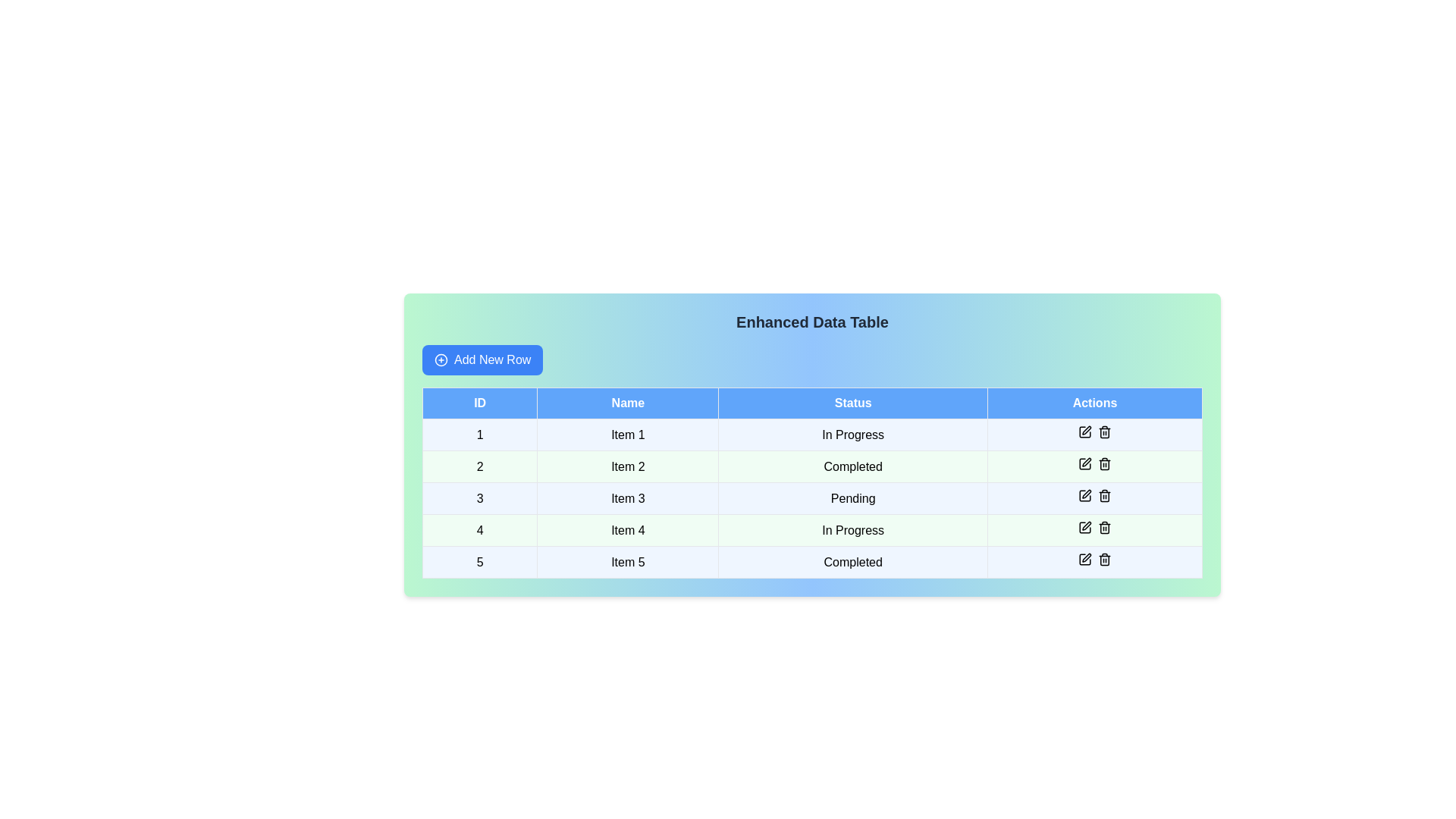  Describe the element at coordinates (1095, 466) in the screenshot. I see `the action icons (pencil and trash bin) in the 'Actions' column of the row for 'Item 2'` at that location.